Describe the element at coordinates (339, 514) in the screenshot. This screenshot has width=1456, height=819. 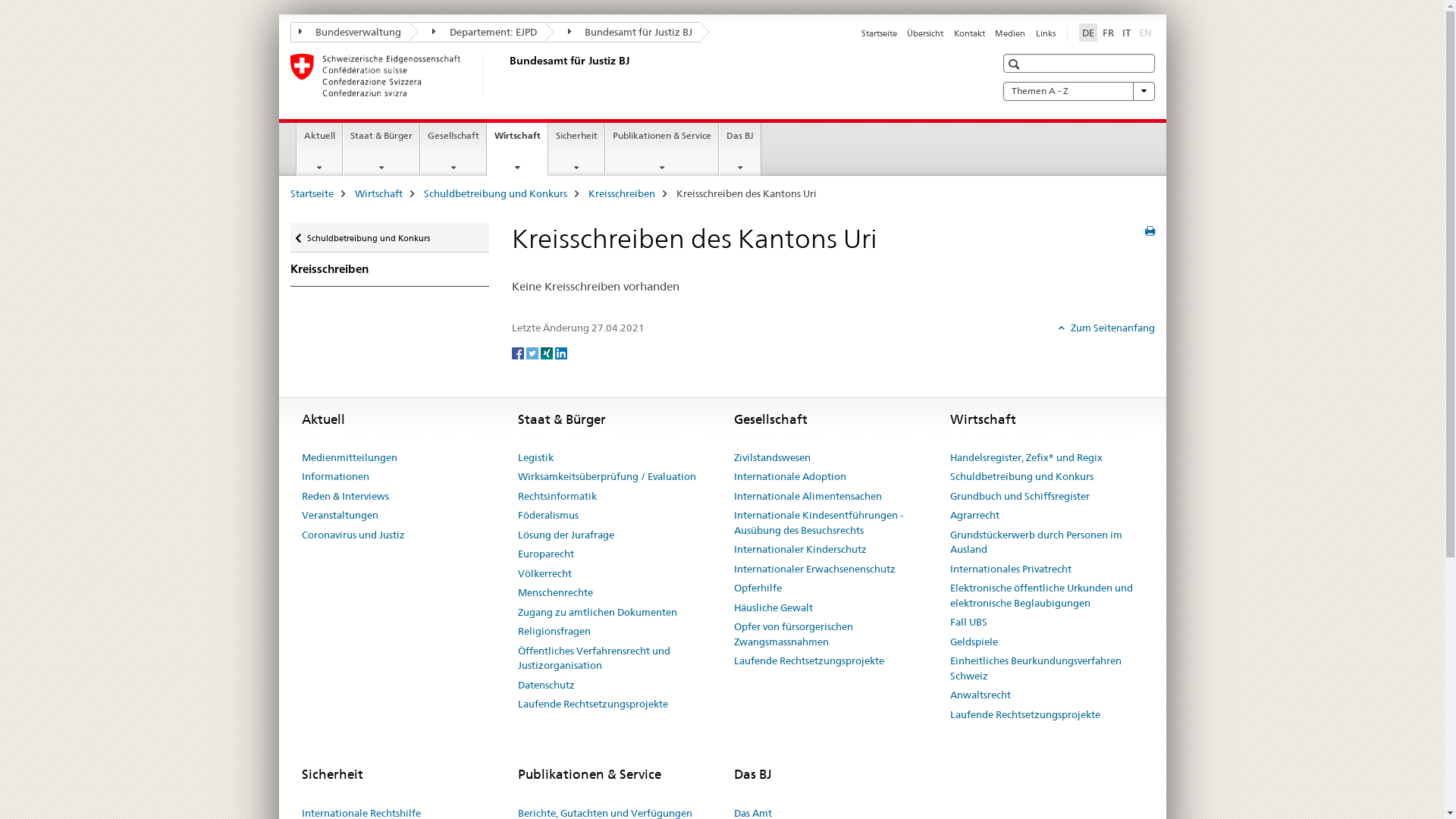
I see `'Veranstaltungen'` at that location.